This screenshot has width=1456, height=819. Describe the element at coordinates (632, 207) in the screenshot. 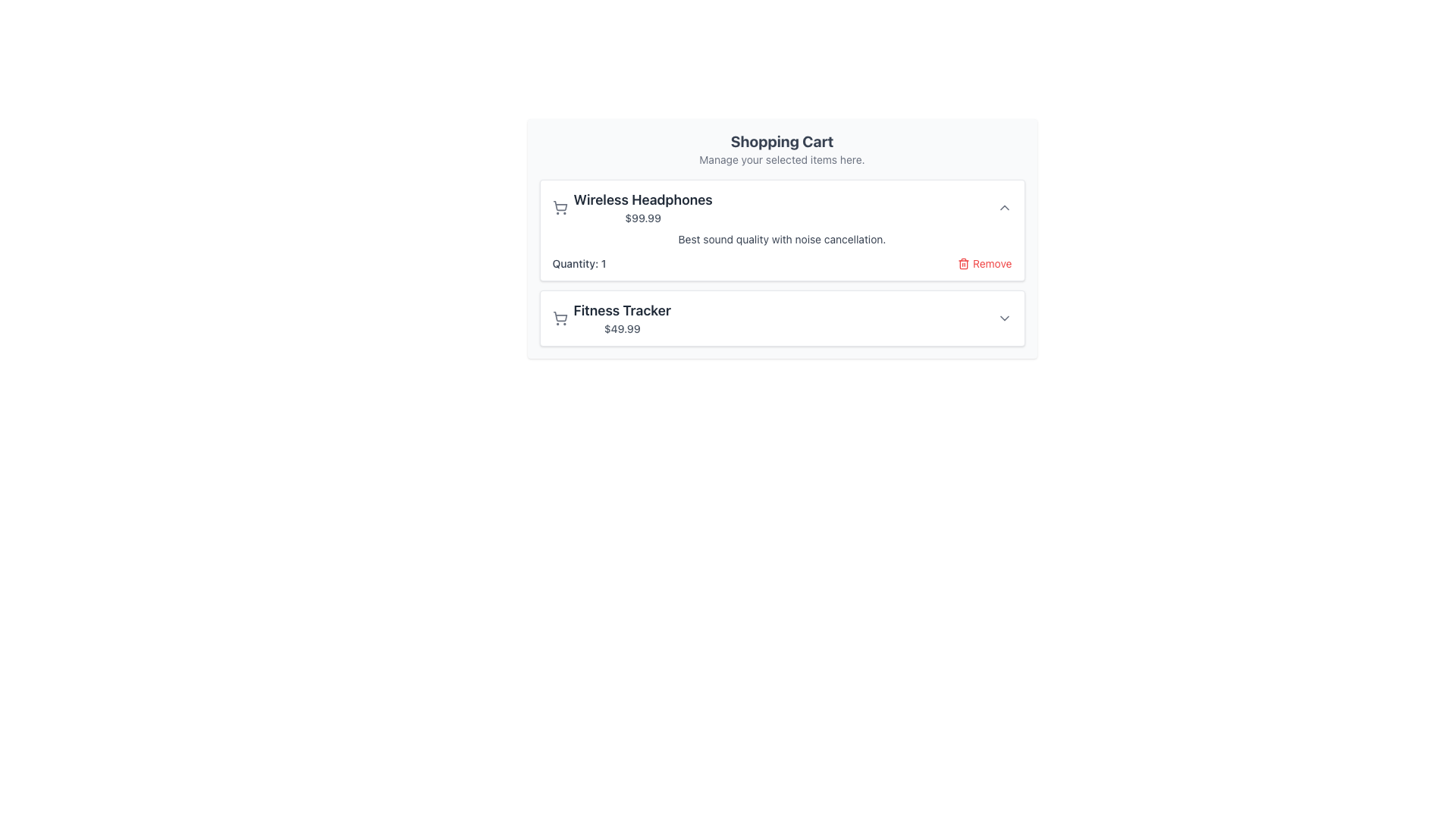

I see `the product name in the shopping cart informational block located at the top section above 'Fitness Tracker $49.99'` at that location.